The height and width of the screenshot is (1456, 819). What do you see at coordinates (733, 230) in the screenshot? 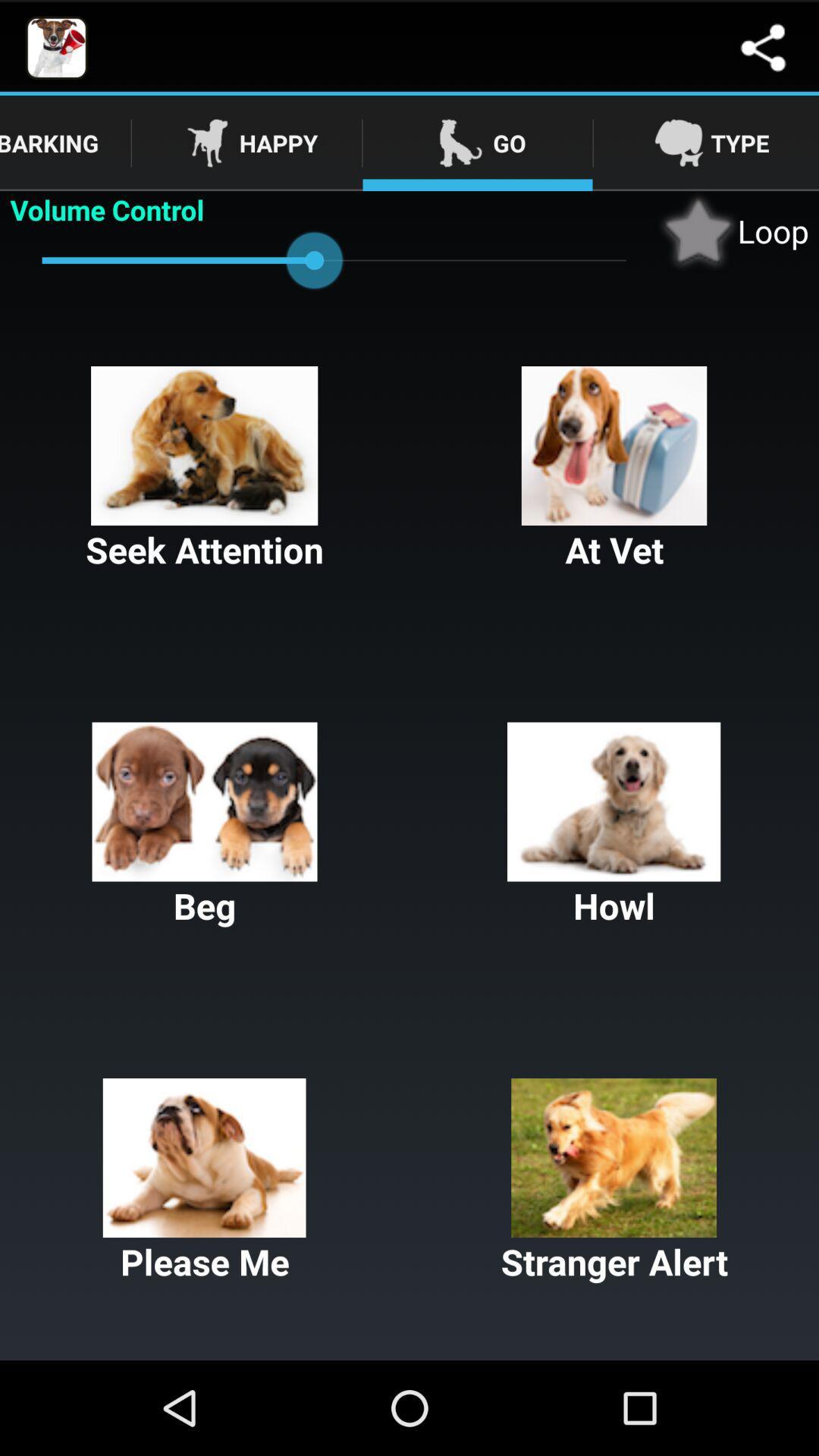
I see `item next to volume control` at bounding box center [733, 230].